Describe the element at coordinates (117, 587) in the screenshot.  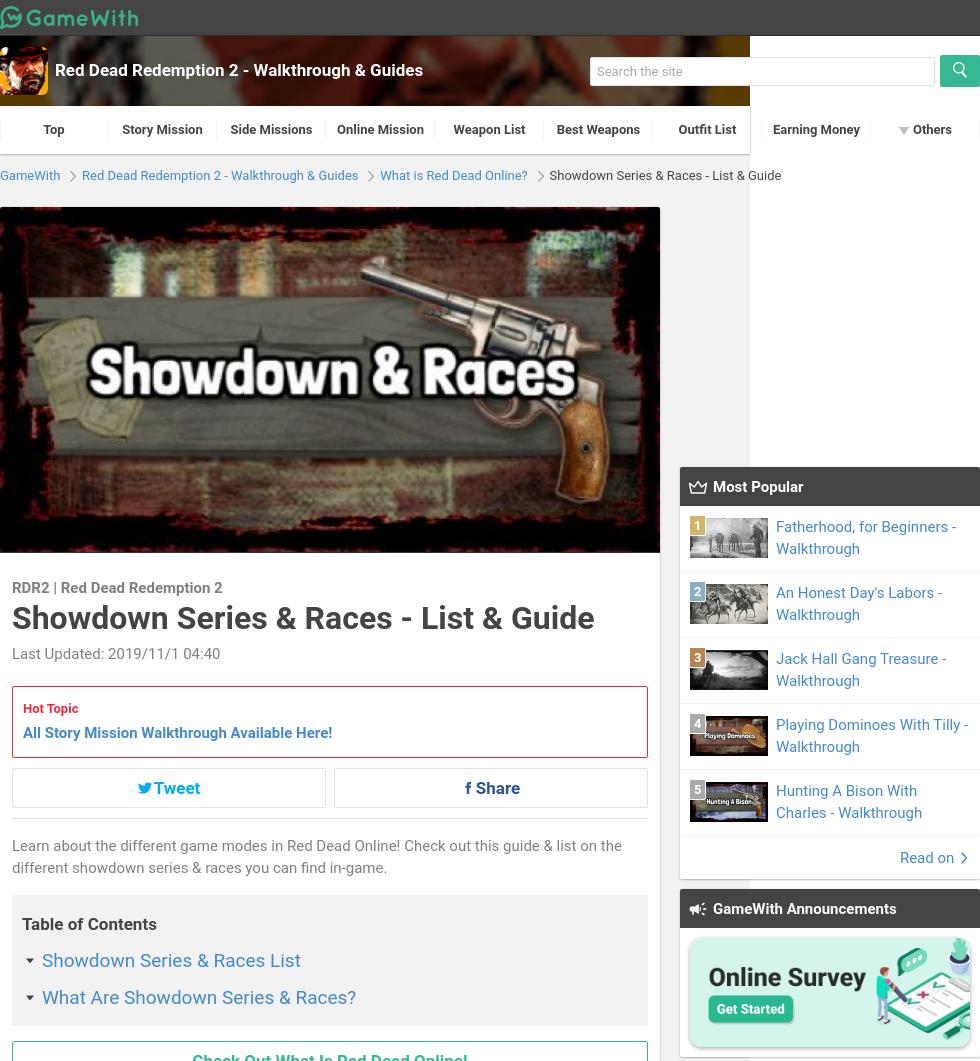
I see `'RDR2 | Red Dead Redemption 2'` at that location.